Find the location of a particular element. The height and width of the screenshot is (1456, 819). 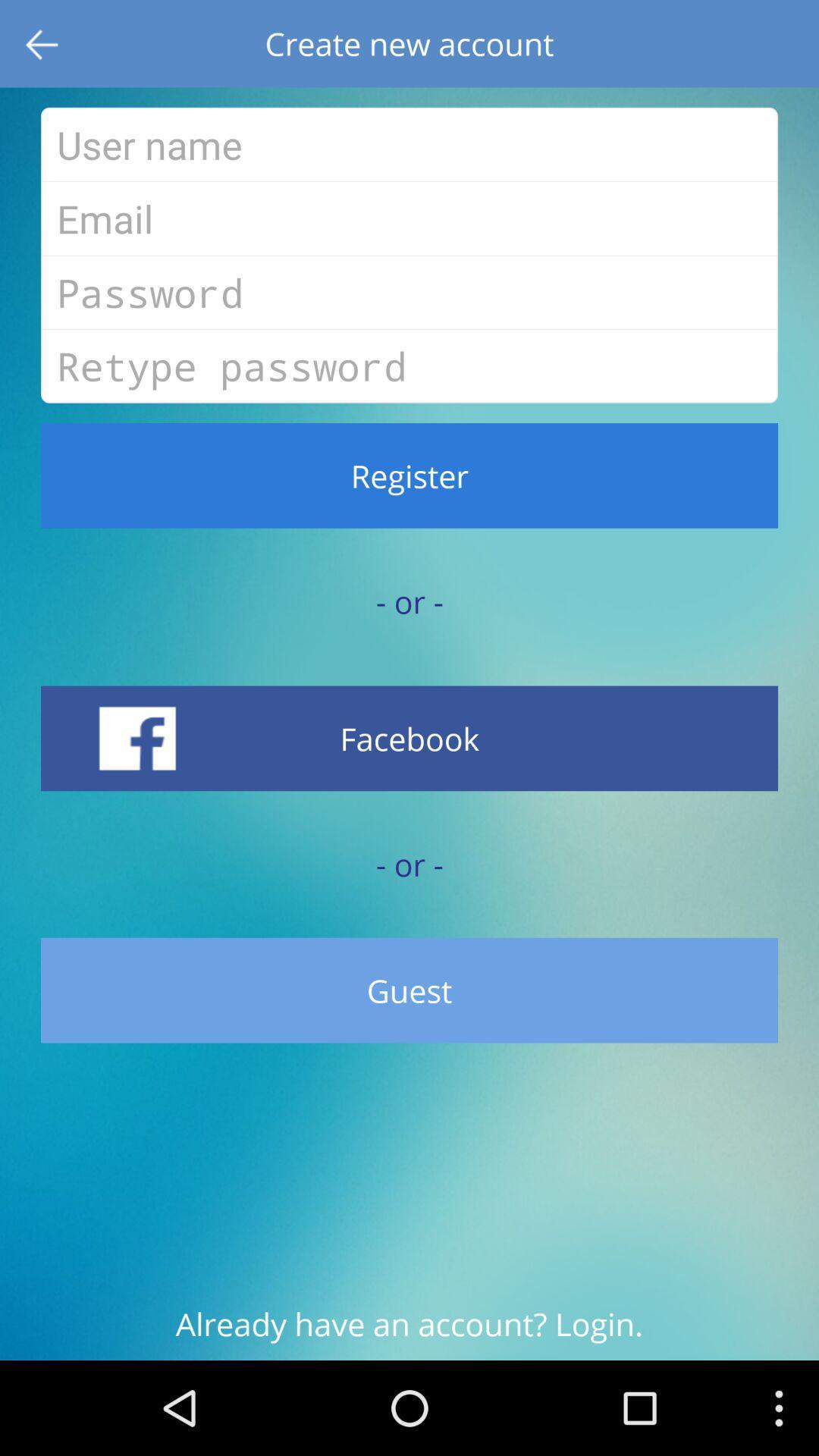

the first text field on the web page is located at coordinates (409, 144).